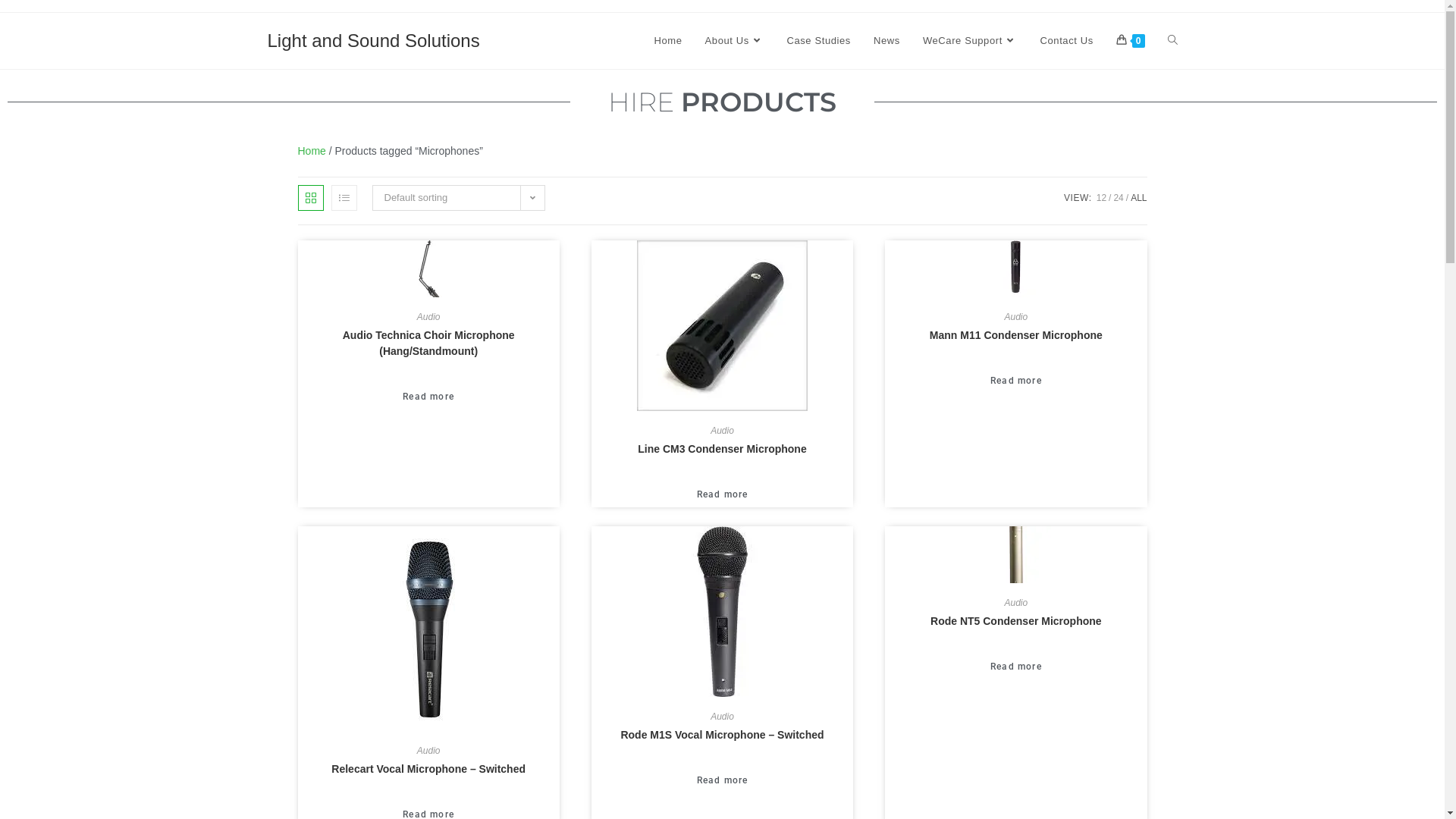  Describe the element at coordinates (817, 40) in the screenshot. I see `'Case Studies'` at that location.